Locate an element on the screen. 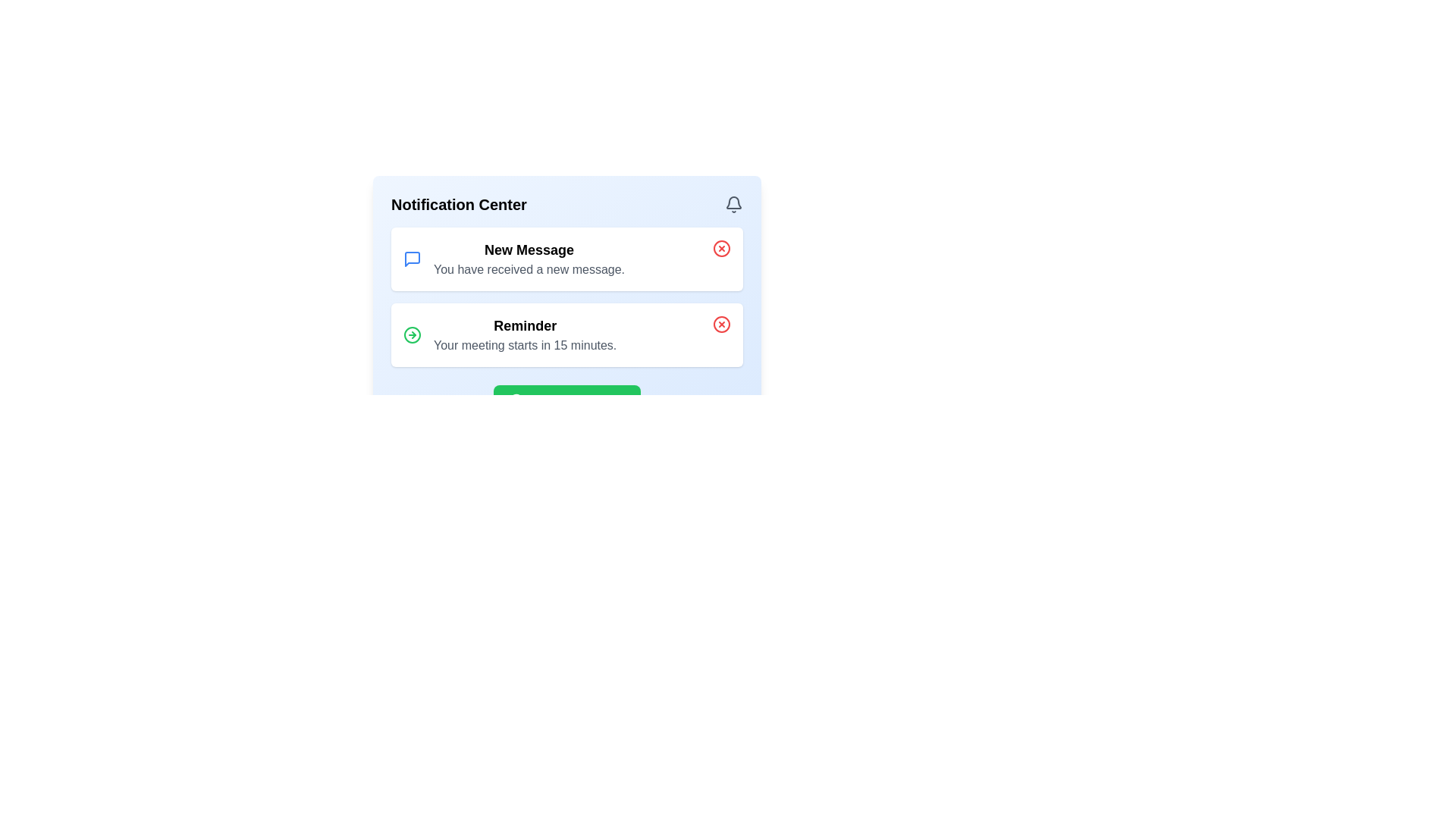  the Notification card component located in the second notification card of the Notification Center interface to acknowledge the notification is located at coordinates (510, 334).